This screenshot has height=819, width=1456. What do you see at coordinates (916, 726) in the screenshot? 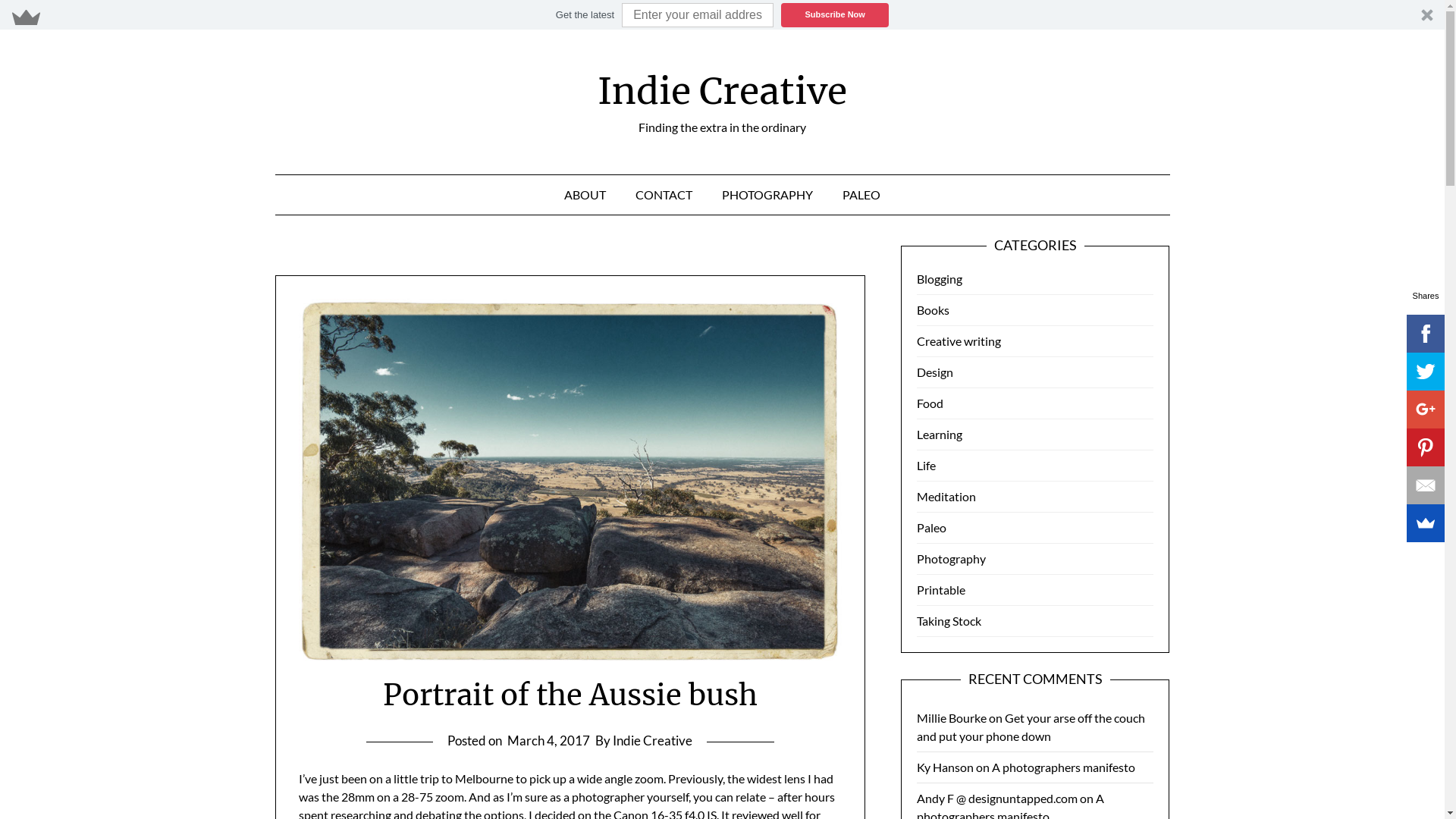
I see `'Get your arse off the couch and put your phone down'` at bounding box center [916, 726].